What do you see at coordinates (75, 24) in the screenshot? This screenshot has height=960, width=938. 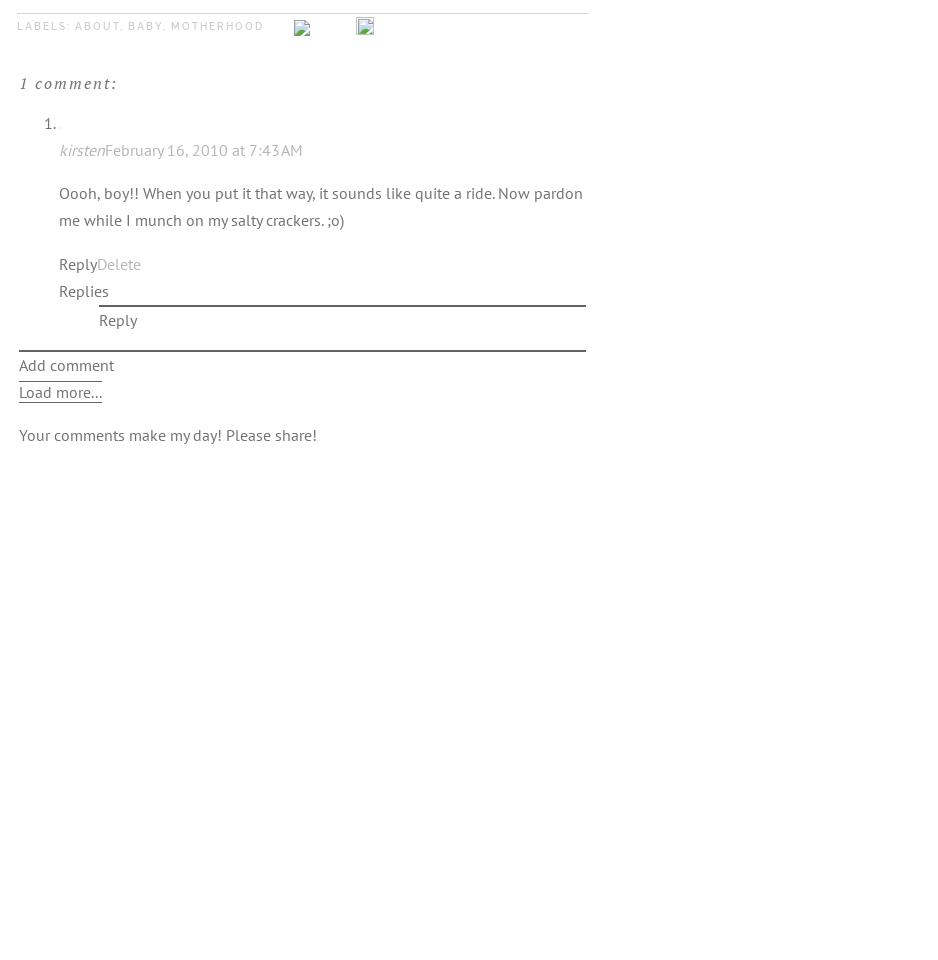 I see `'about'` at bounding box center [75, 24].